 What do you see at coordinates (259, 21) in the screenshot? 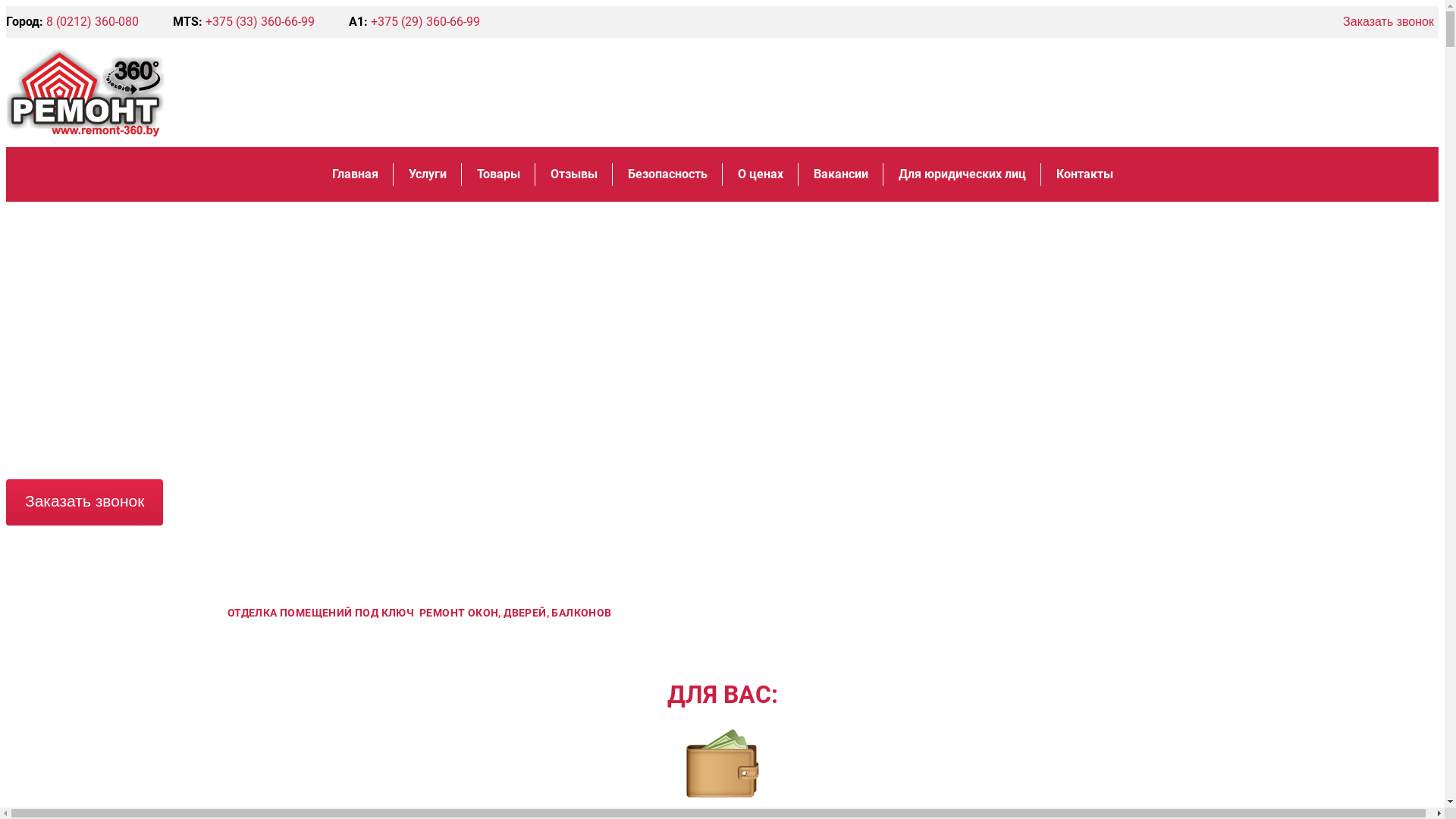
I see `'+375 (33) 360-66-99'` at bounding box center [259, 21].